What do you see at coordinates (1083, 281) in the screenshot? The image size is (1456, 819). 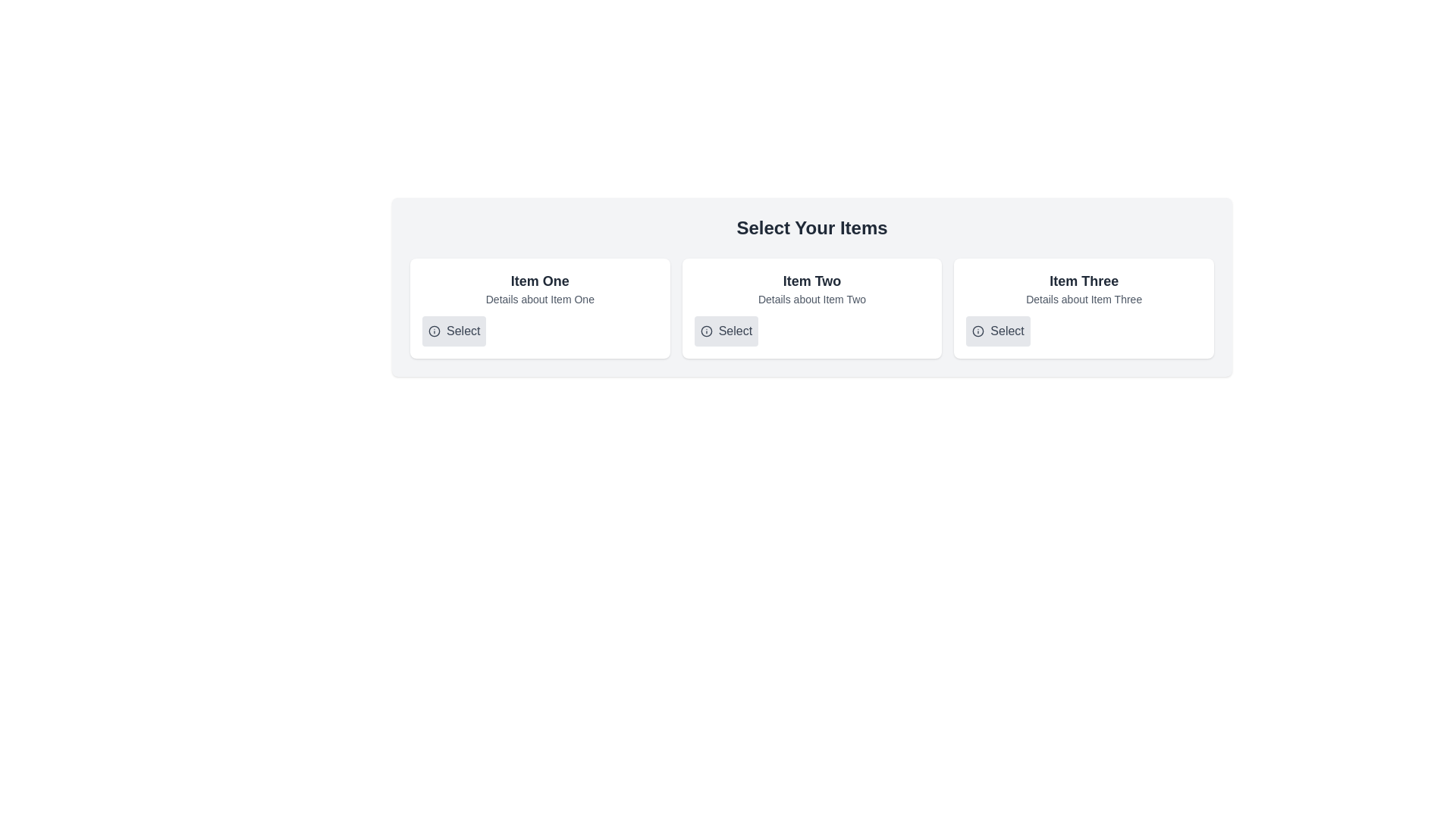 I see `the title text label 'Item Three' that serves as the main title of the card, positioned at the top of the card's content area` at bounding box center [1083, 281].